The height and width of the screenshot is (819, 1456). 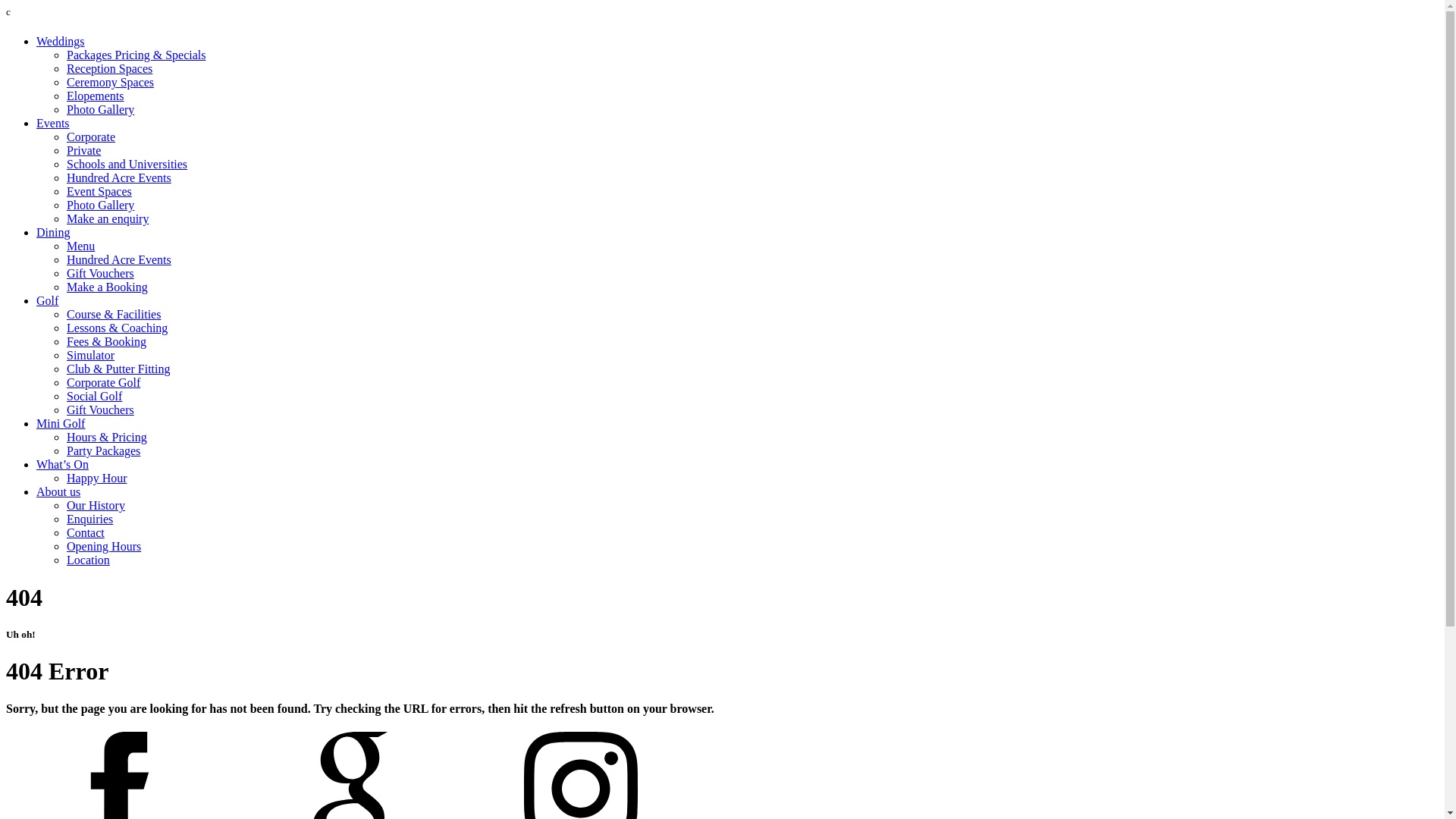 I want to click on 'Simulator', so click(x=89, y=355).